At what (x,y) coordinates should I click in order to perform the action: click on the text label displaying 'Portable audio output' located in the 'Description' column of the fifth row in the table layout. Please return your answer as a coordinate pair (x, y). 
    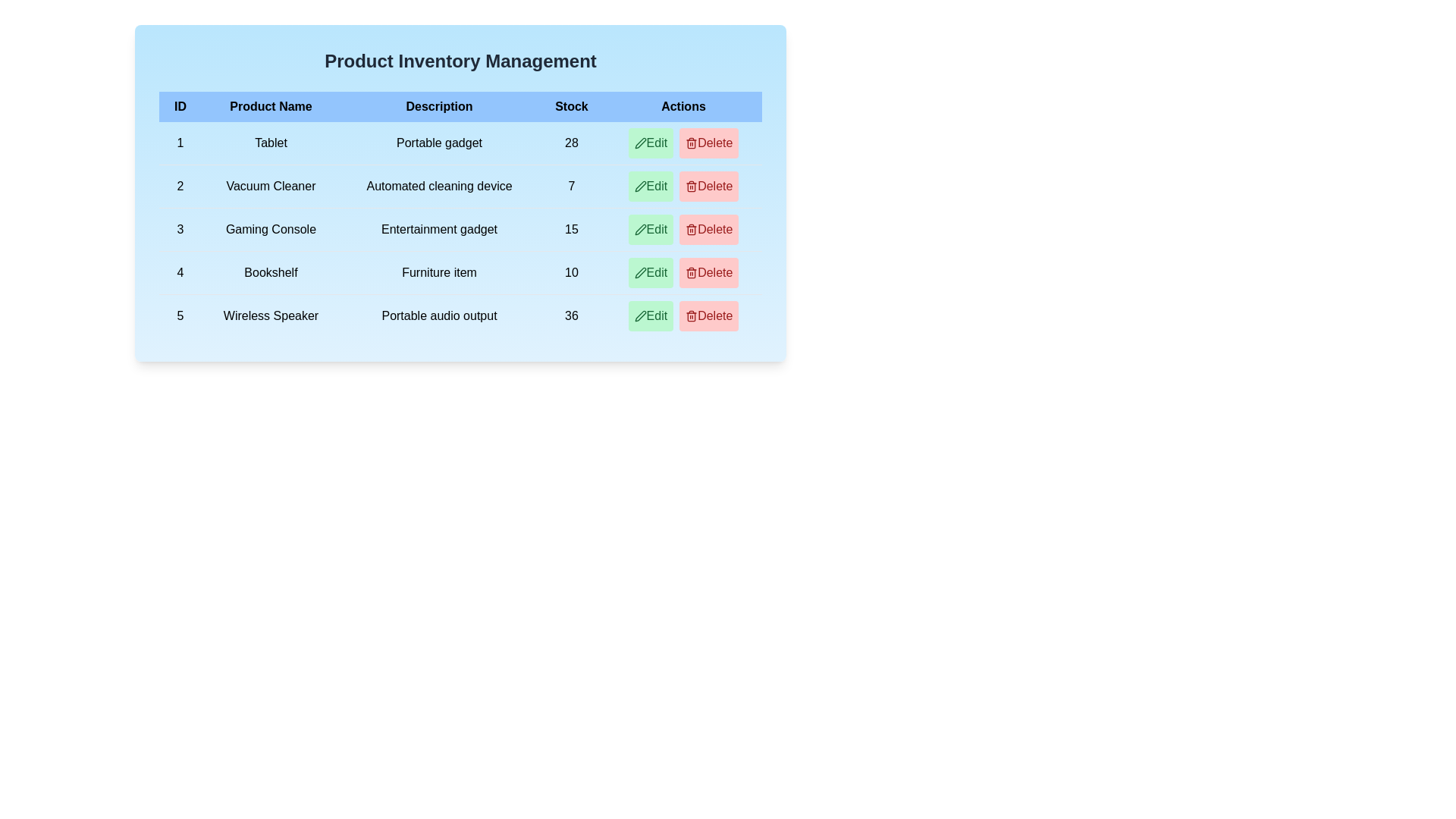
    Looking at the image, I should click on (438, 315).